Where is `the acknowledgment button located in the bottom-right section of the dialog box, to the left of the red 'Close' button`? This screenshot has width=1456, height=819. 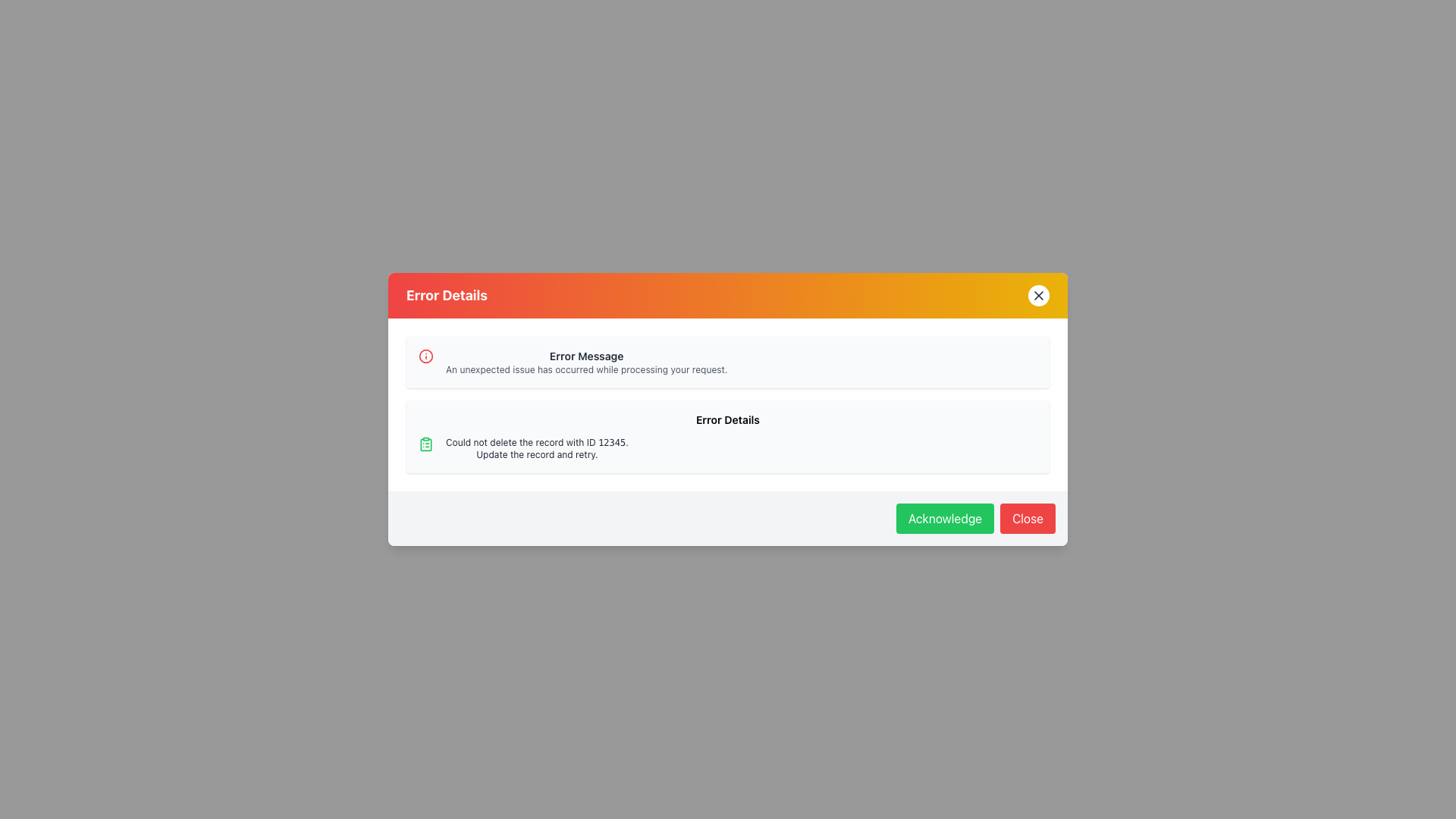 the acknowledgment button located in the bottom-right section of the dialog box, to the left of the red 'Close' button is located at coordinates (944, 517).